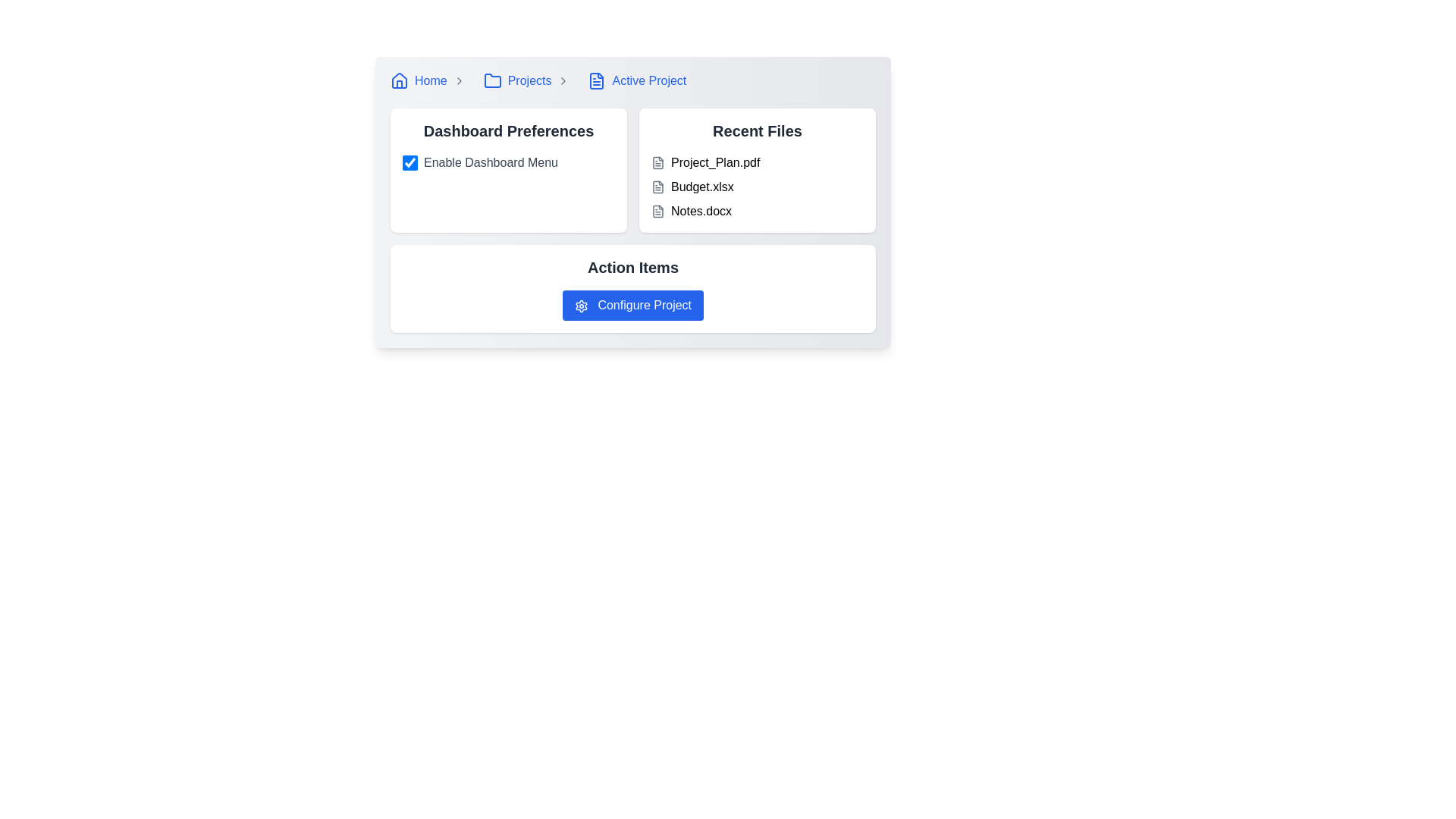  Describe the element at coordinates (492, 81) in the screenshot. I see `the folder icon in the breadcrumb navigation bar, which is positioned to the left of the 'Projects' label and to the right of the 'Home' house icon` at that location.